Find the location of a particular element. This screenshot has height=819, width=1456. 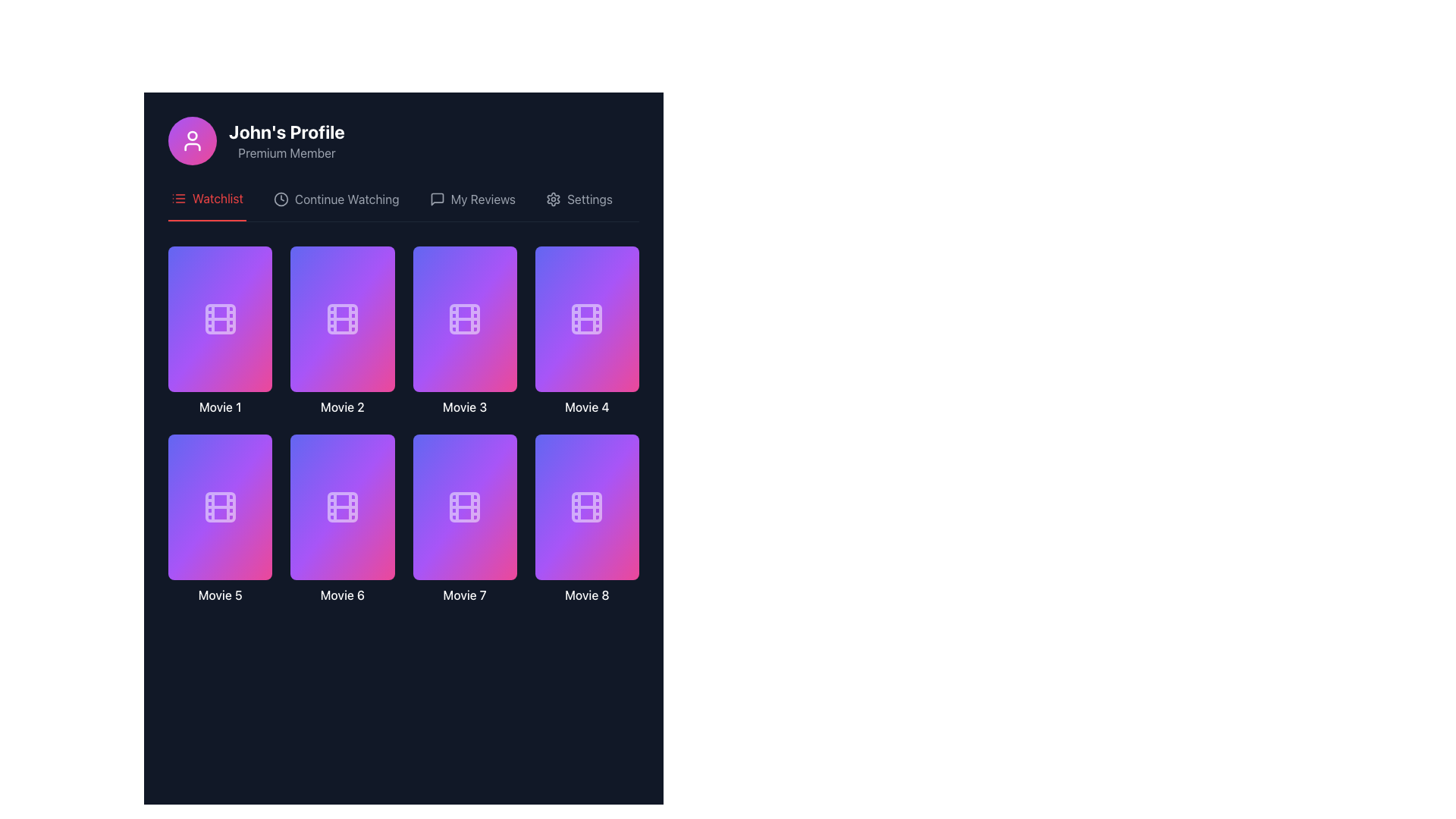

the fourth movie label in the grid layout, located in the top-right corner of the first row is located at coordinates (586, 406).